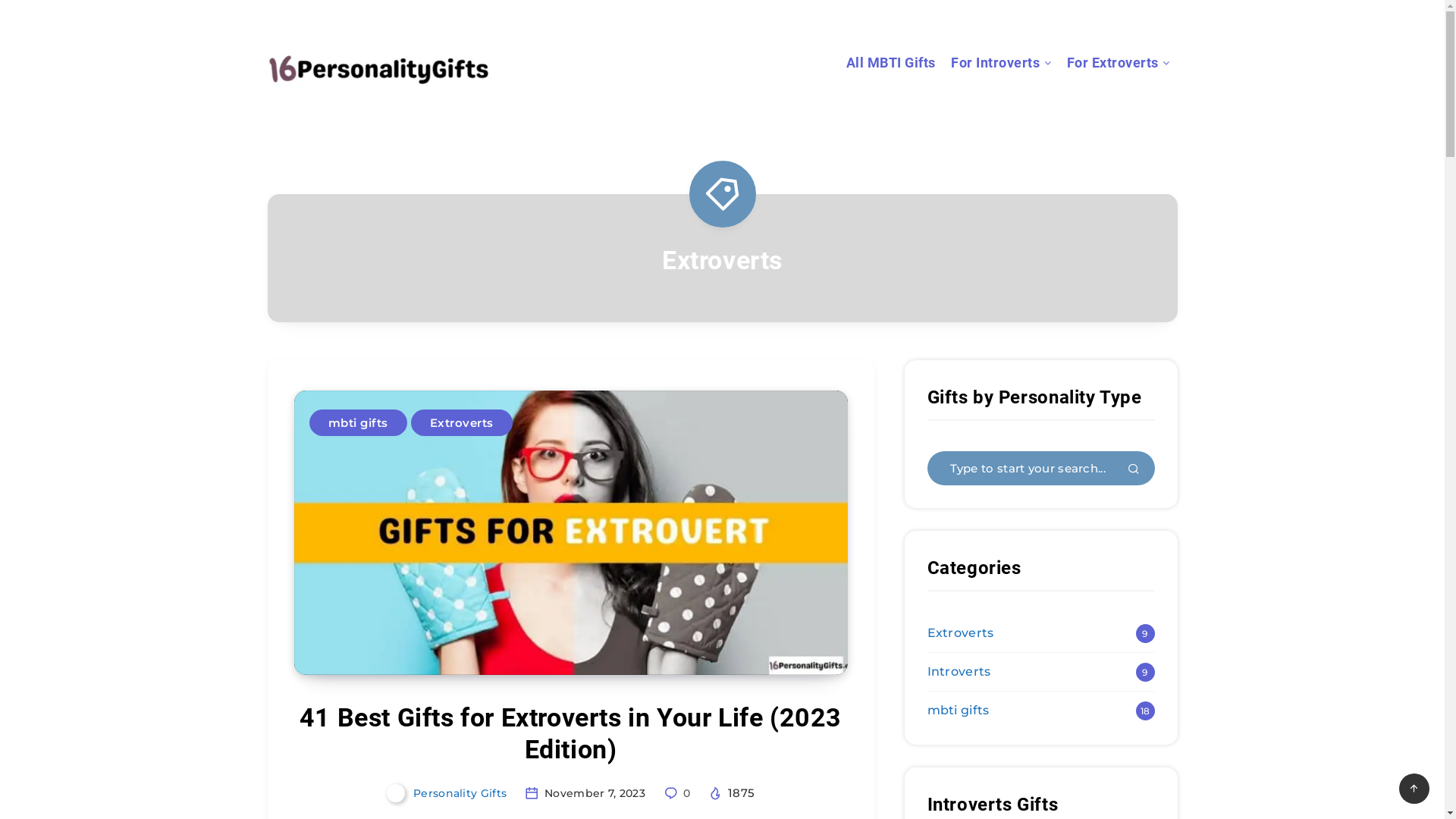  I want to click on 'For Extroverts', so click(1112, 64).